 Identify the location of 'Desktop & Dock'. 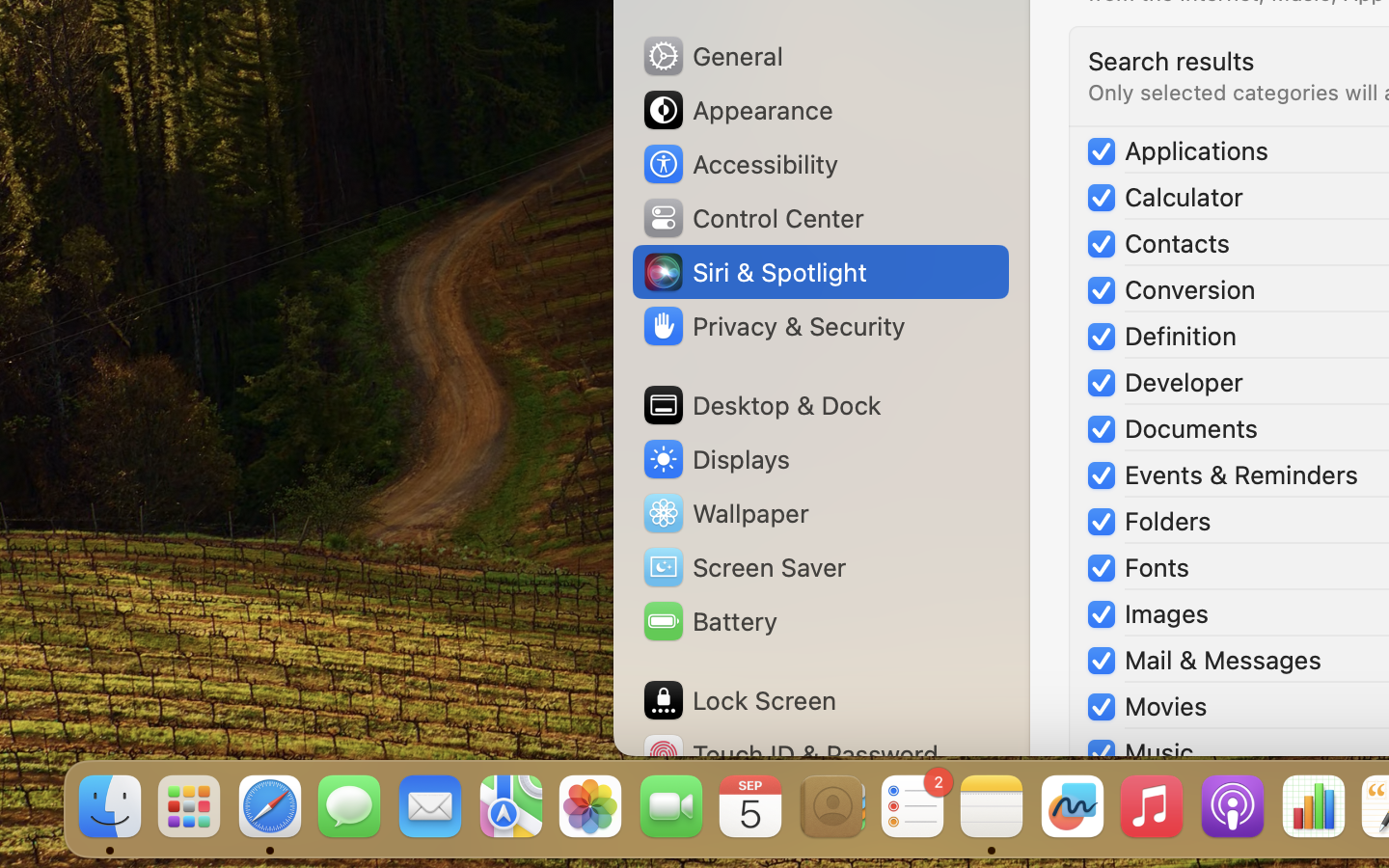
(760, 405).